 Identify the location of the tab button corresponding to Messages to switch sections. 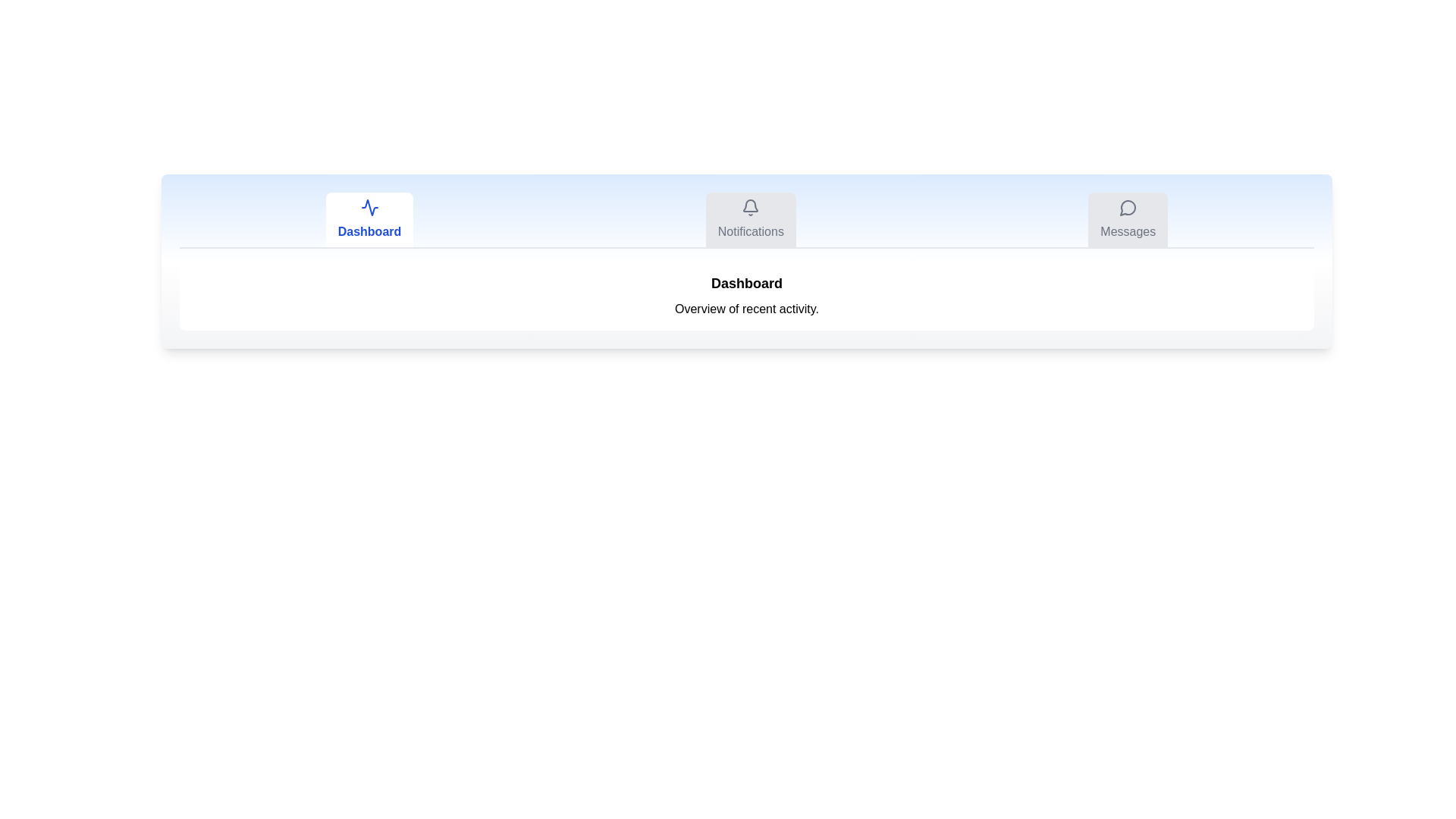
(1128, 219).